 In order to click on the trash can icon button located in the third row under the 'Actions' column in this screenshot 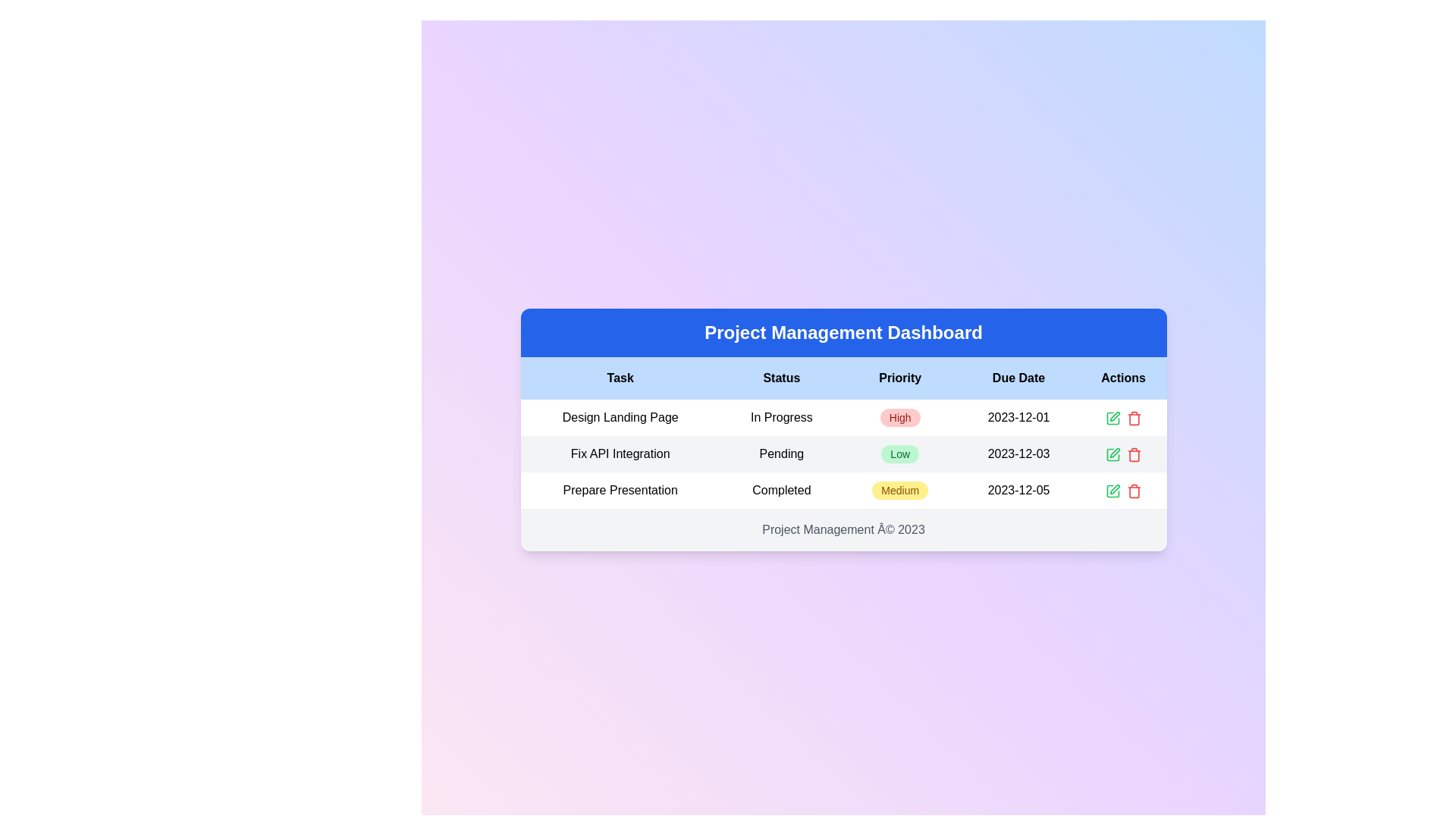, I will do `click(1134, 491)`.